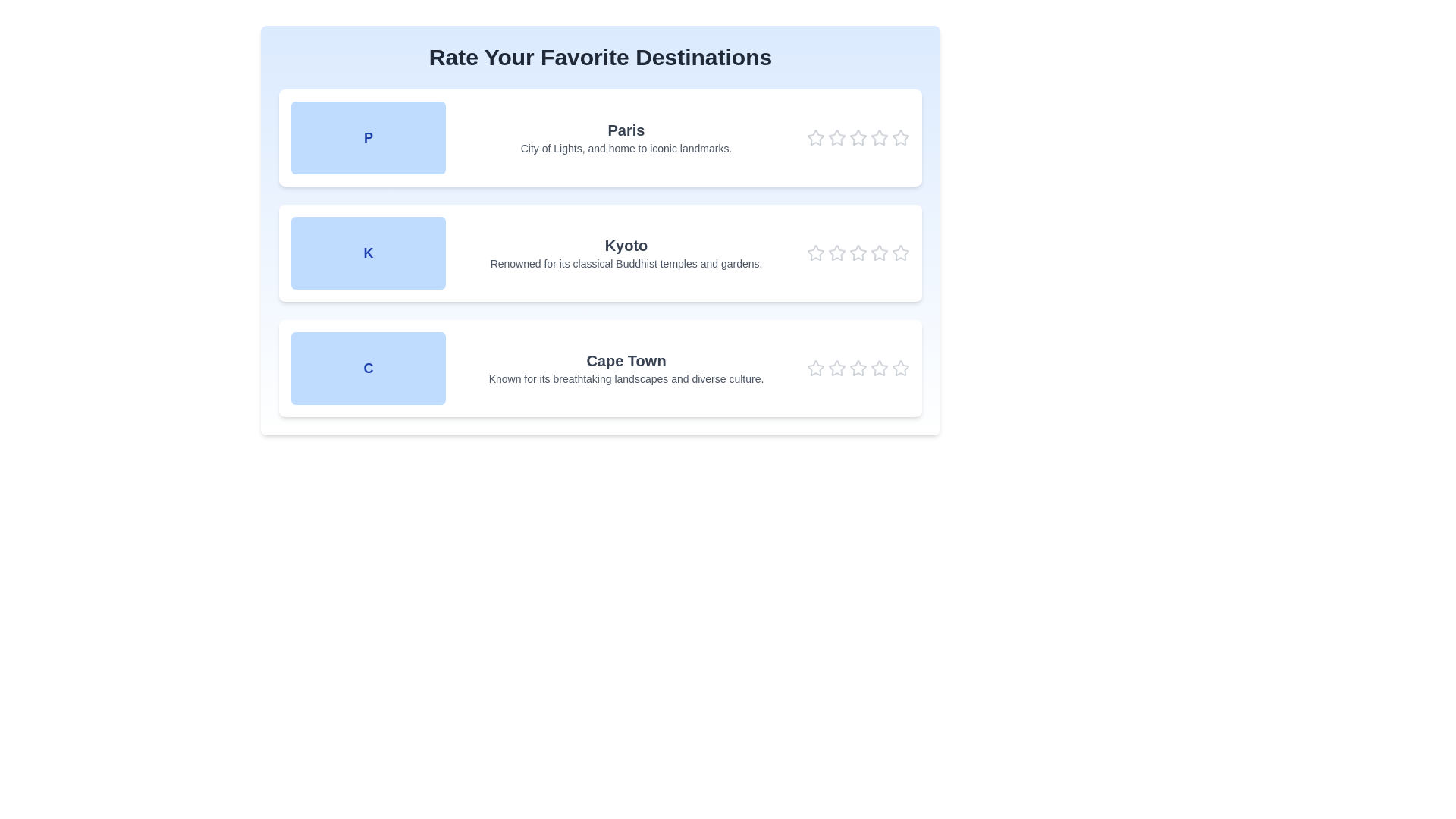 This screenshot has width=1456, height=819. I want to click on the first hollow gray star in the Cape Town rating section, so click(814, 369).